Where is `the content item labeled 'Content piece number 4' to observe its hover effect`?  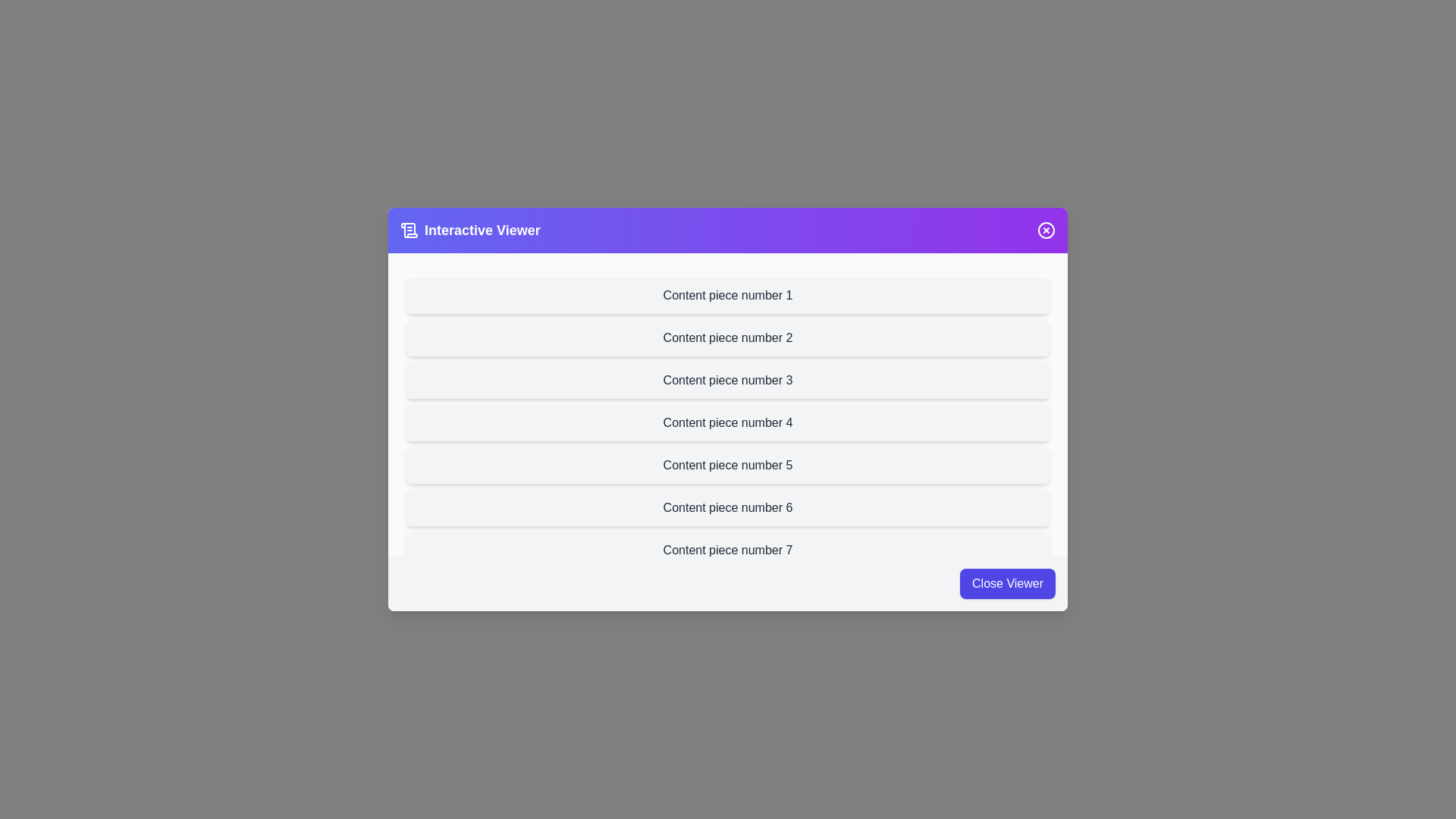
the content item labeled 'Content piece number 4' to observe its hover effect is located at coordinates (728, 423).